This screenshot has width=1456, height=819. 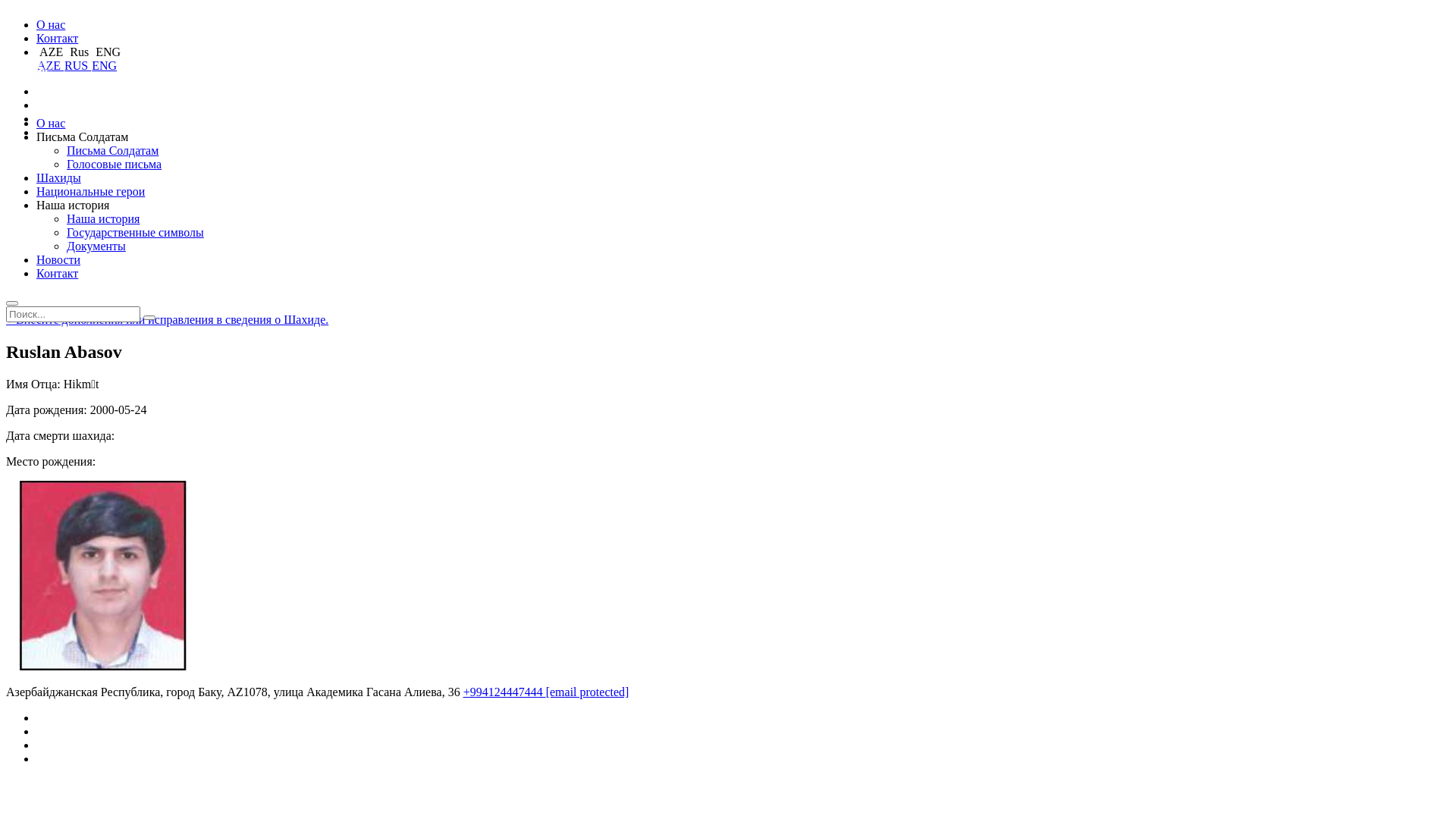 What do you see at coordinates (50, 64) in the screenshot?
I see `'AZE'` at bounding box center [50, 64].